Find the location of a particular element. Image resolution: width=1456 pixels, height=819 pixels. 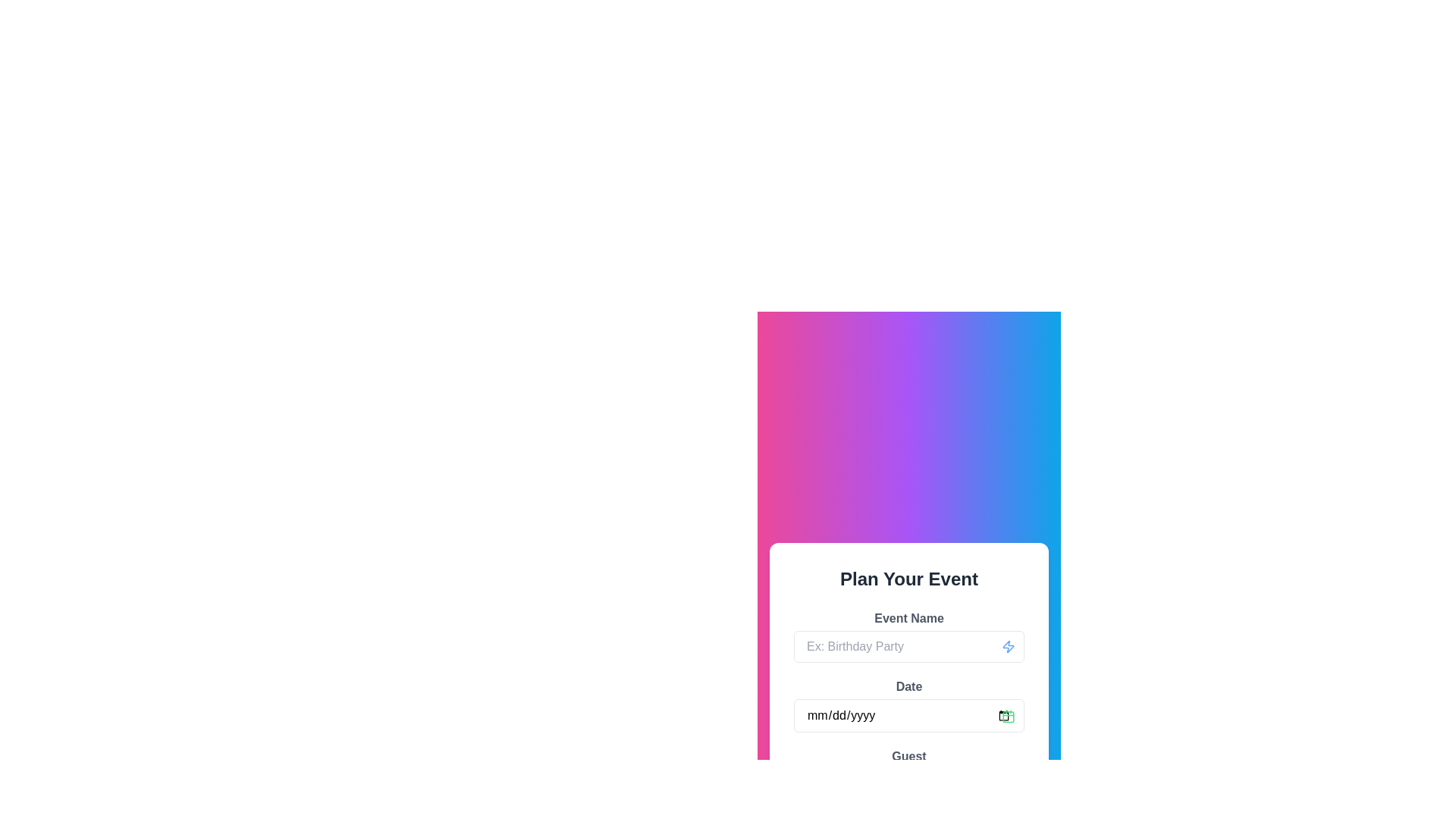

the accessory icon located in the bottom-right corner of the date input box is located at coordinates (1008, 716).